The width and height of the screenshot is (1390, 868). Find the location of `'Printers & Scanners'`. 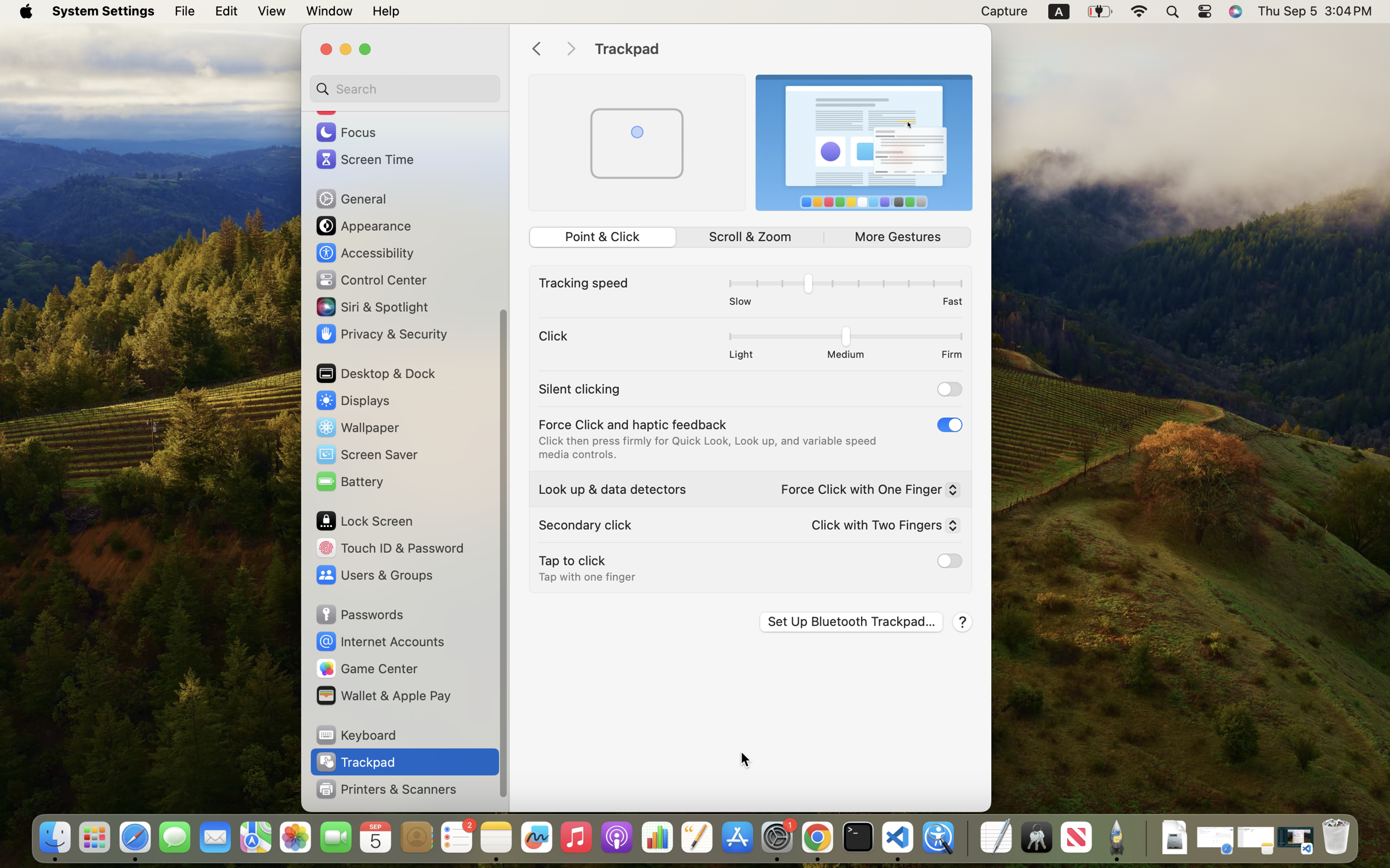

'Printers & Scanners' is located at coordinates (385, 788).